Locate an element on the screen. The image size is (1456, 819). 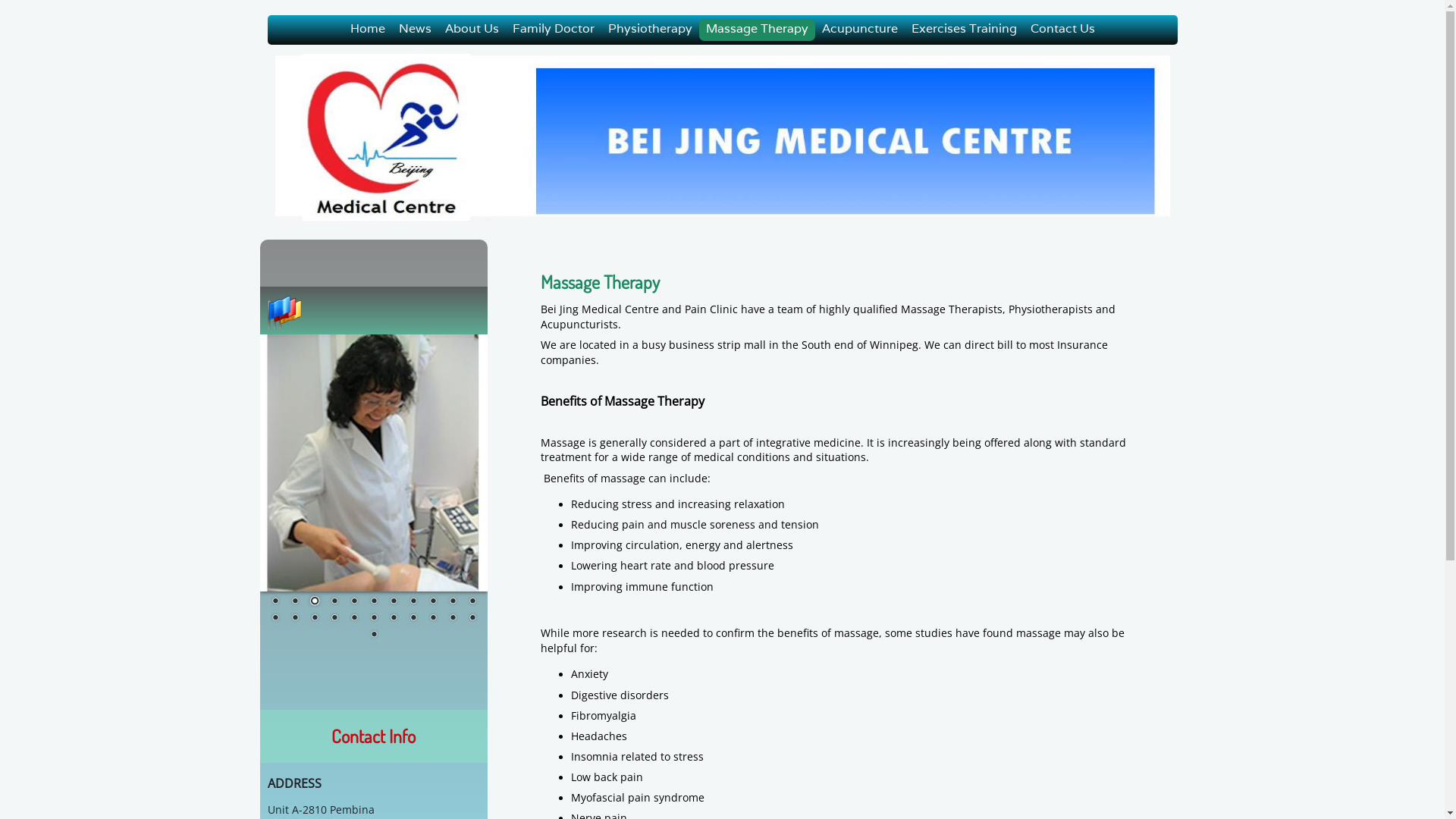
'16' is located at coordinates (353, 619).